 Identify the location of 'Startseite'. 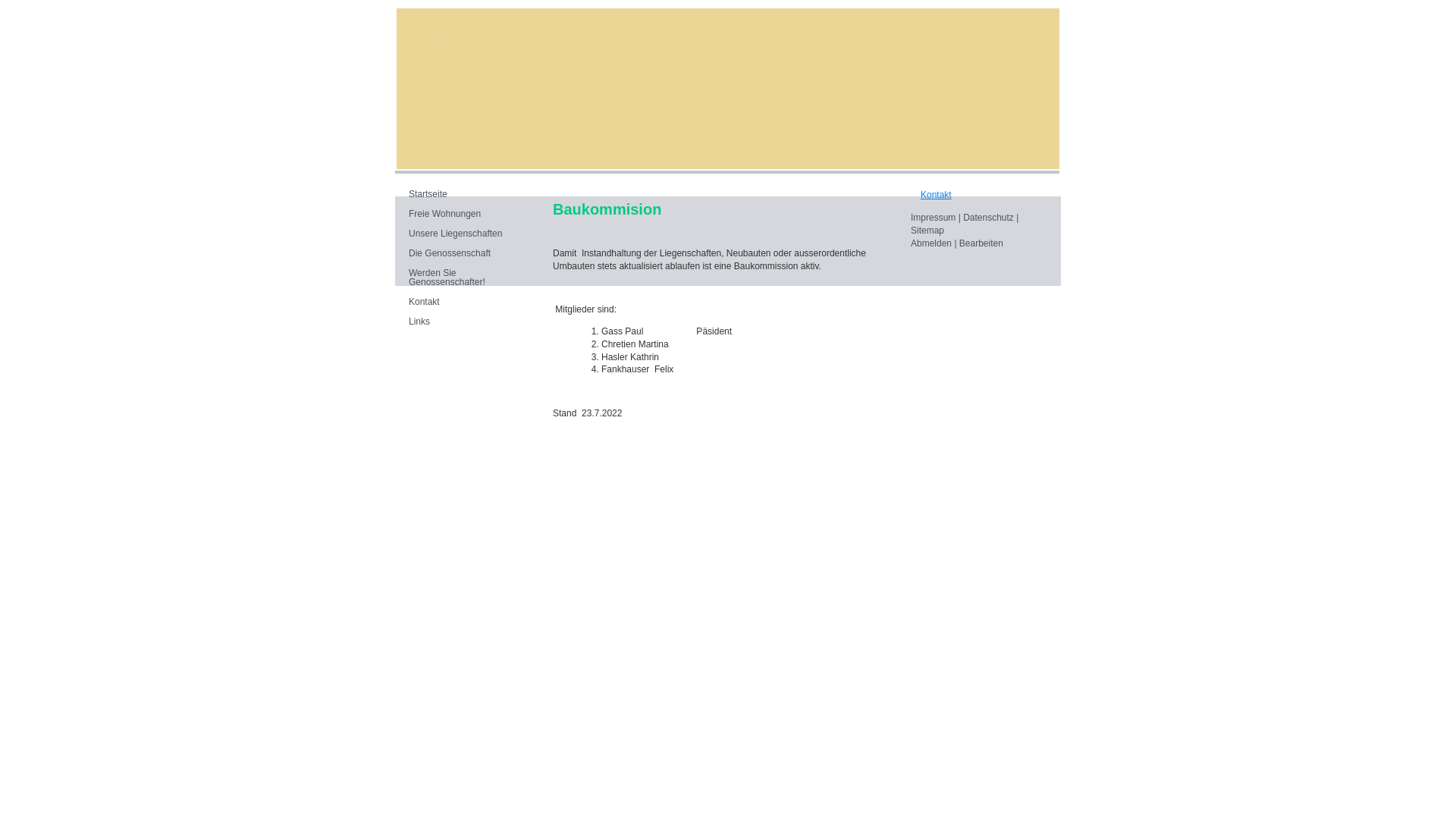
(466, 194).